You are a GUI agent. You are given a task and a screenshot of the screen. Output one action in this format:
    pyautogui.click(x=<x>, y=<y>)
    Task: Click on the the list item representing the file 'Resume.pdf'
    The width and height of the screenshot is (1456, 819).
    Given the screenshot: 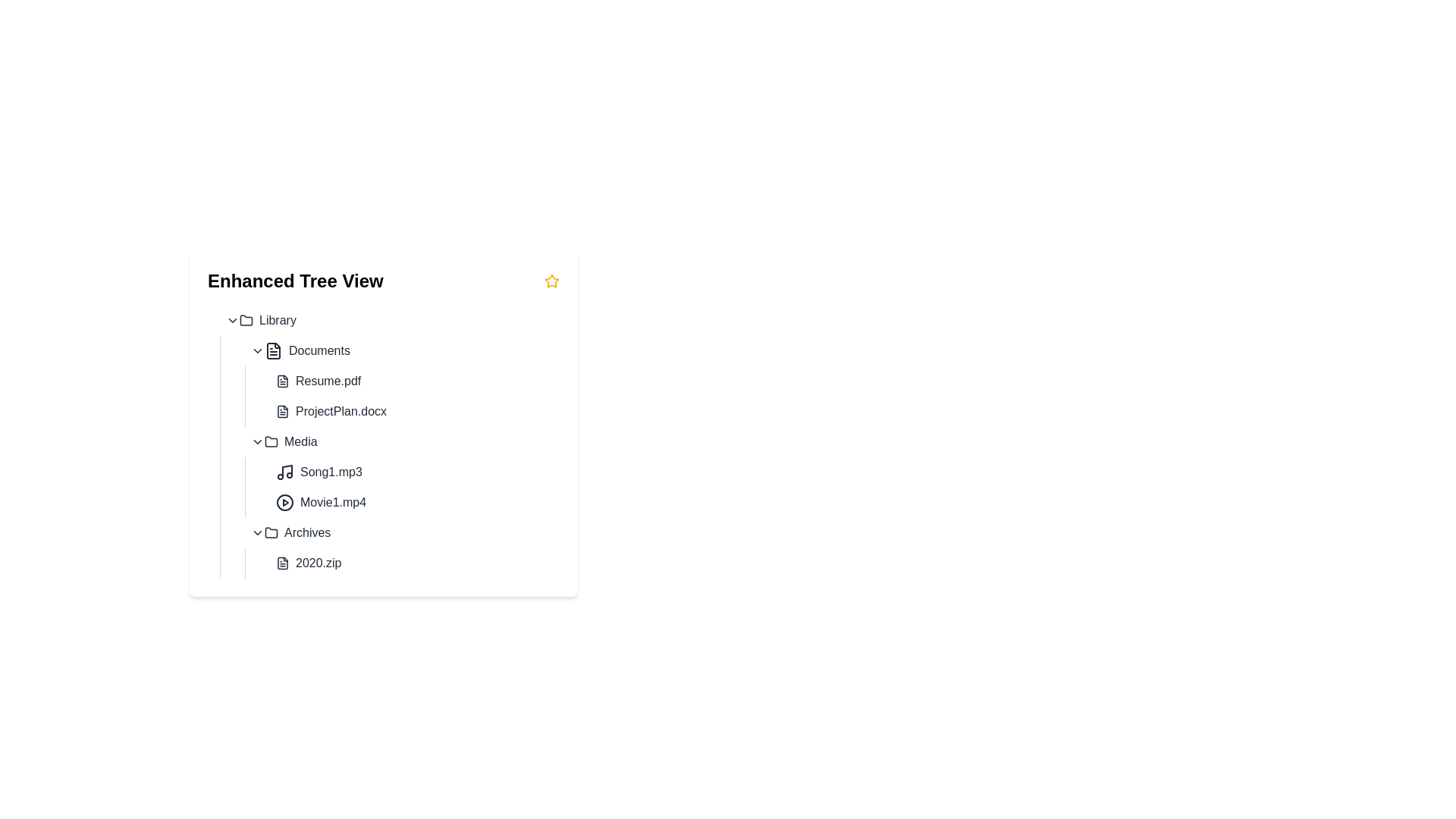 What is the action you would take?
    pyautogui.click(x=415, y=380)
    